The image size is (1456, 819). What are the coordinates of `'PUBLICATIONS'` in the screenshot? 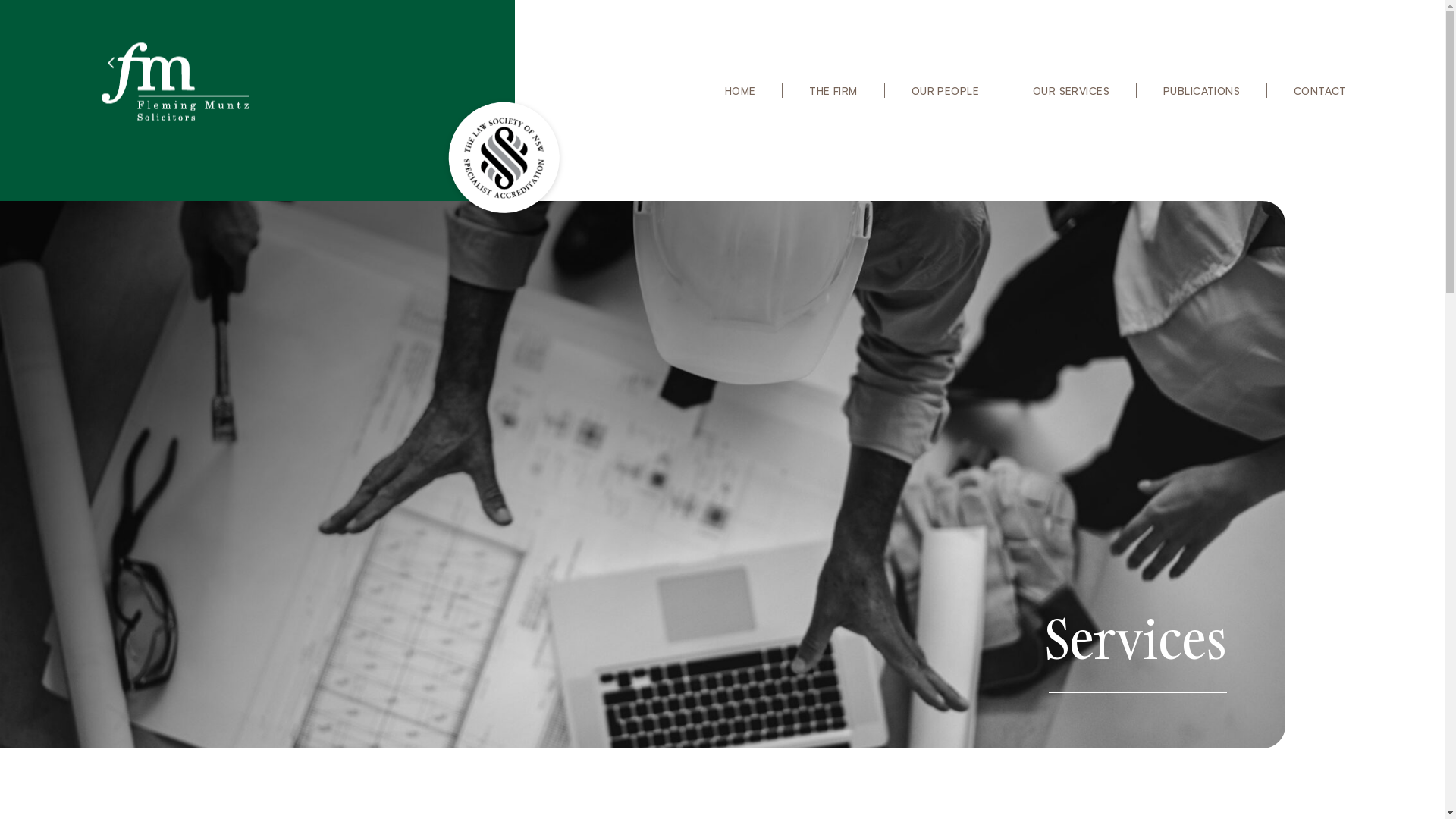 It's located at (1147, 90).